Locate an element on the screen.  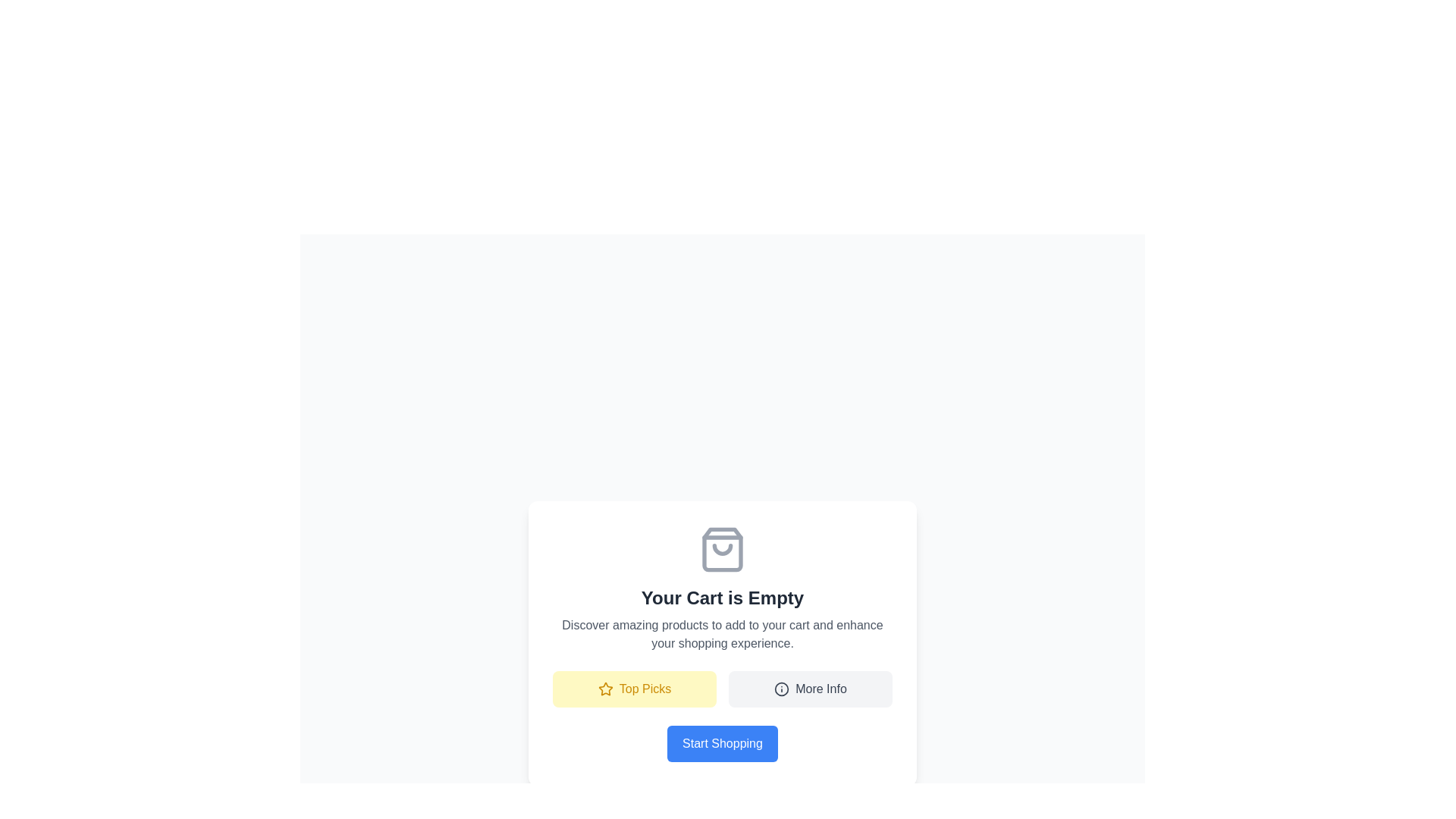
the button with a yellow background labeled 'Top Picks' is located at coordinates (634, 689).